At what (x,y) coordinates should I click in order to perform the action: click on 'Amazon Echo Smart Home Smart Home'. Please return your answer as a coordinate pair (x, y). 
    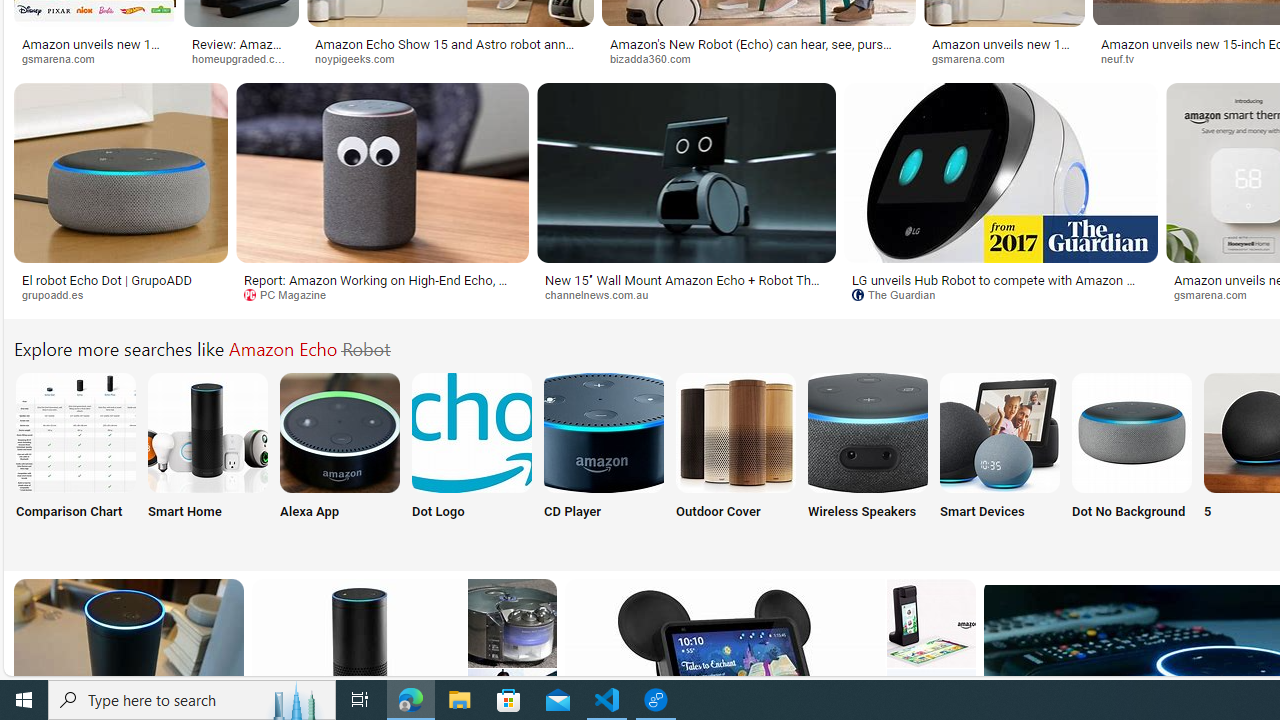
    Looking at the image, I should click on (208, 458).